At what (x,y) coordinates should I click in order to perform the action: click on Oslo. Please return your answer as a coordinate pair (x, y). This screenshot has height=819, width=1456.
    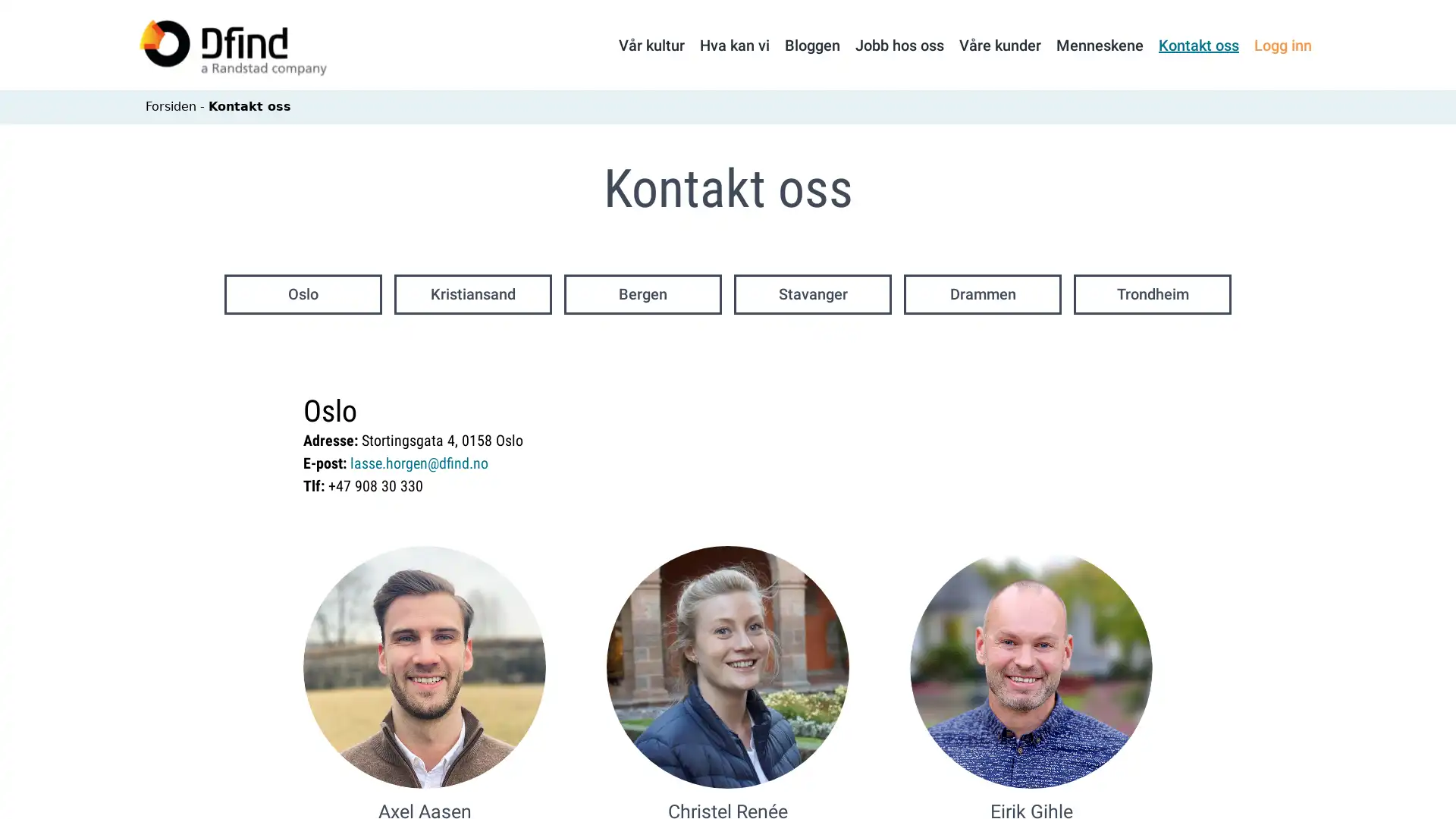
    Looking at the image, I should click on (303, 294).